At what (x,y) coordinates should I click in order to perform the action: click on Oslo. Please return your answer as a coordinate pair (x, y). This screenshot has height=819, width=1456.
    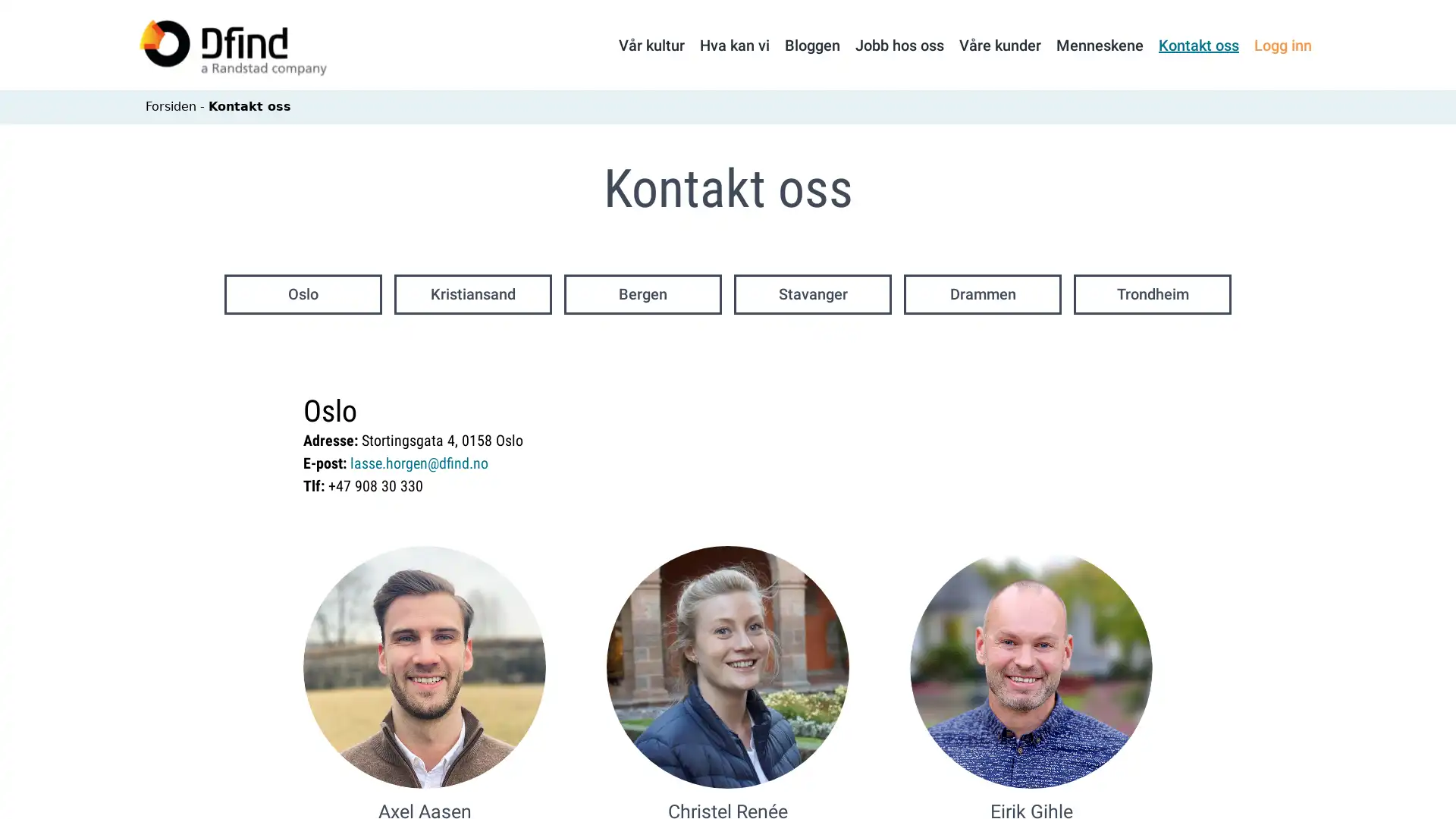
    Looking at the image, I should click on (303, 294).